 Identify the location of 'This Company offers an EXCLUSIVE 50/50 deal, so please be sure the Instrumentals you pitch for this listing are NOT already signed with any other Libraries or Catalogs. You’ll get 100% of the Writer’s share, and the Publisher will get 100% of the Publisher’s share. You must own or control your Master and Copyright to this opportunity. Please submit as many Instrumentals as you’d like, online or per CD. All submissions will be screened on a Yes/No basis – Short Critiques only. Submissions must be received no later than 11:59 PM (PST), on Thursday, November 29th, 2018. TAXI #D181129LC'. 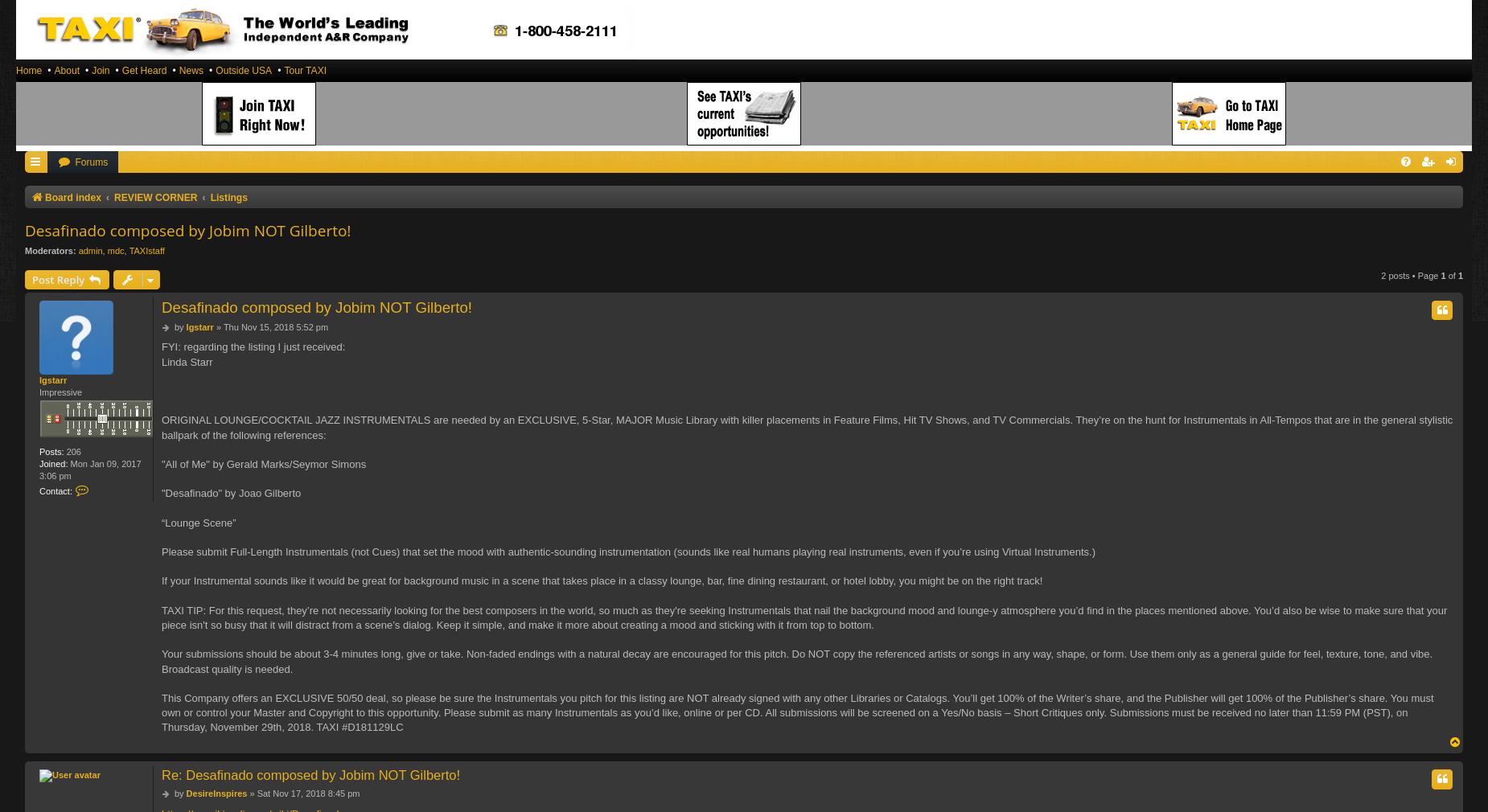
(796, 712).